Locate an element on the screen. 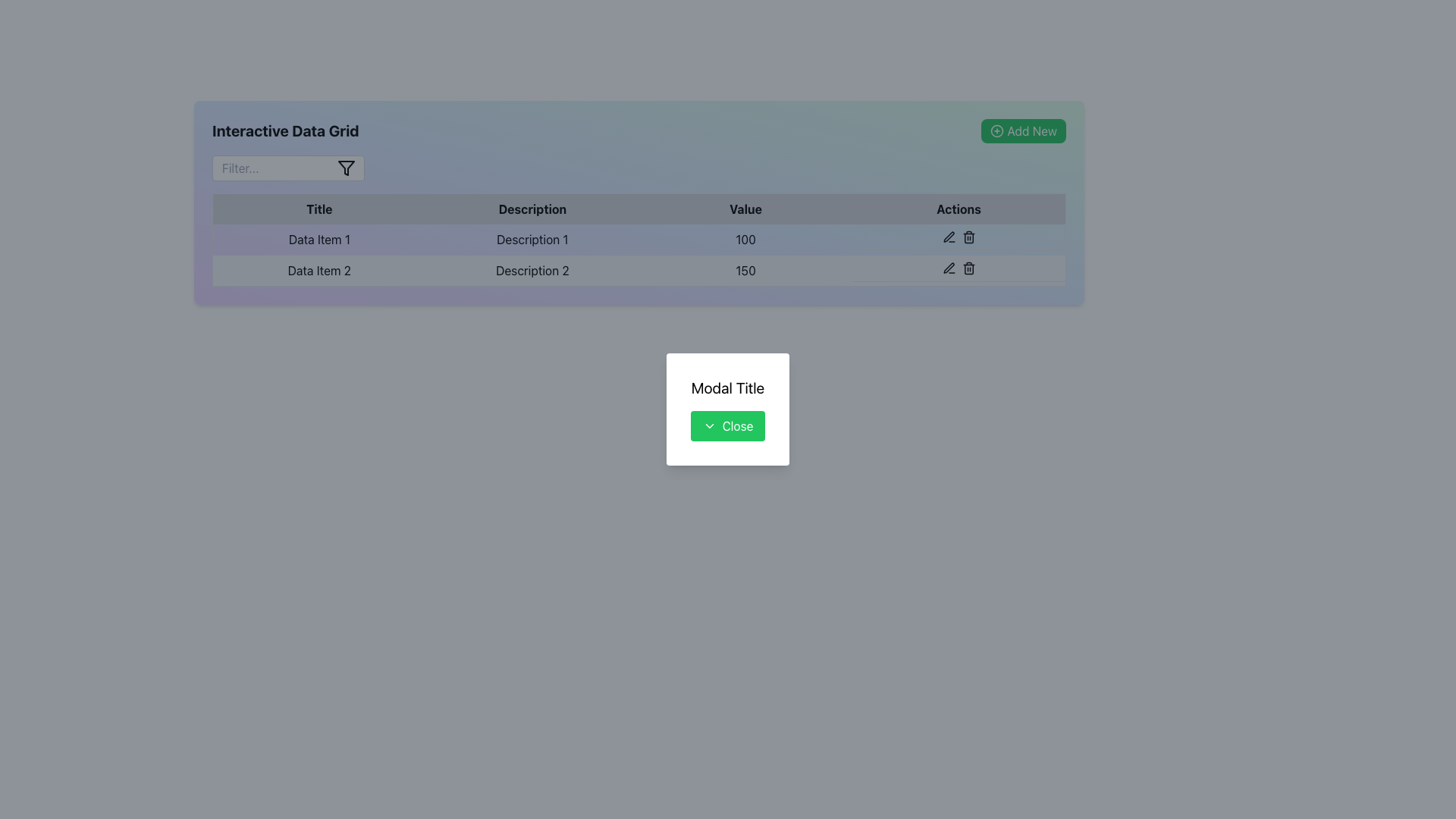 This screenshot has width=1456, height=819. the Delete Icon Button located in the Actions column for Data Item 1, which is positioned in the upper row of a tabular grid is located at coordinates (968, 237).